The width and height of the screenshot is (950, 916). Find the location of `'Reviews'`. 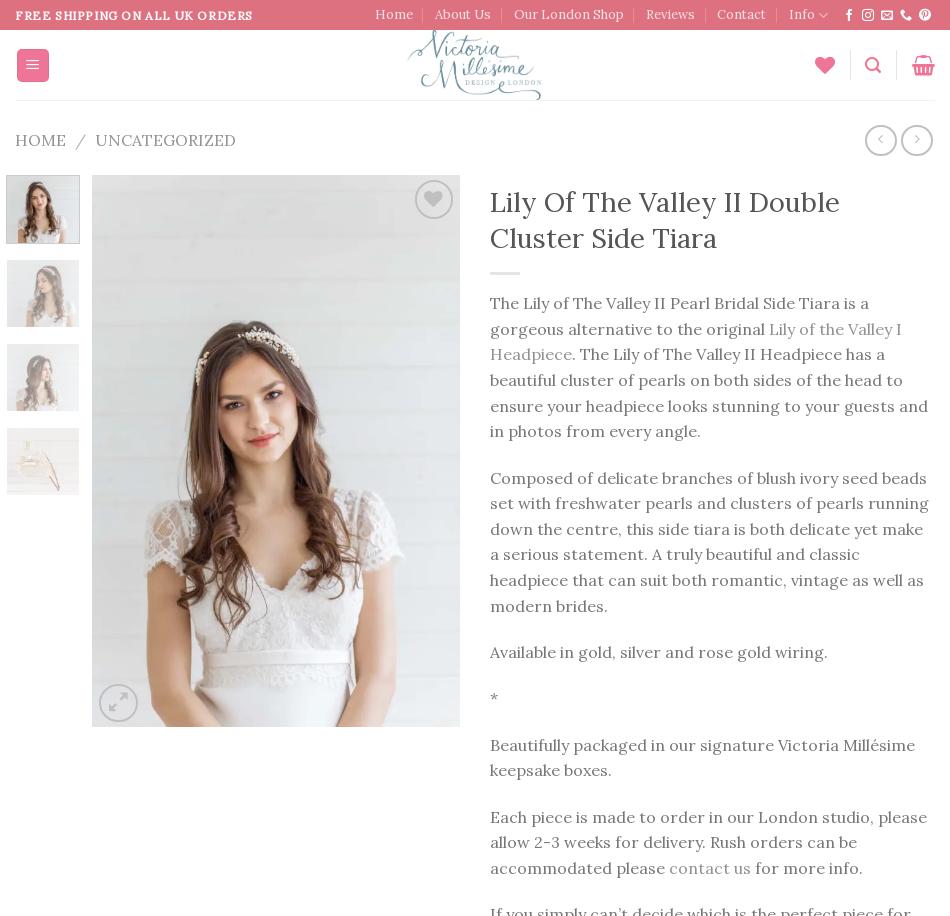

'Reviews' is located at coordinates (669, 14).